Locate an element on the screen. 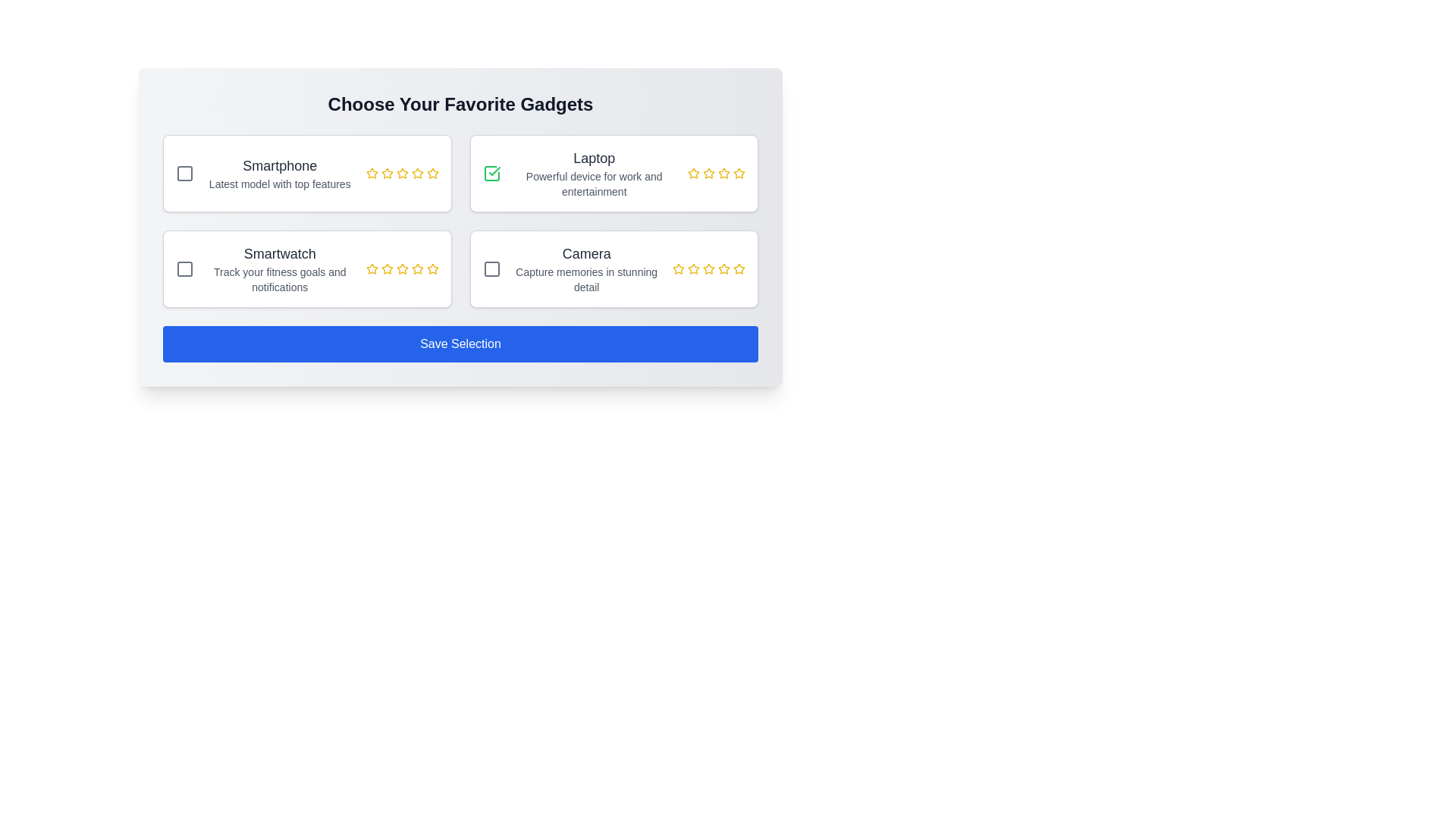 This screenshot has height=819, width=1456. the third star-shaped rating icon outlined in yellow in the 'Camera' section located at the bottom-right corner of the layout is located at coordinates (693, 268).